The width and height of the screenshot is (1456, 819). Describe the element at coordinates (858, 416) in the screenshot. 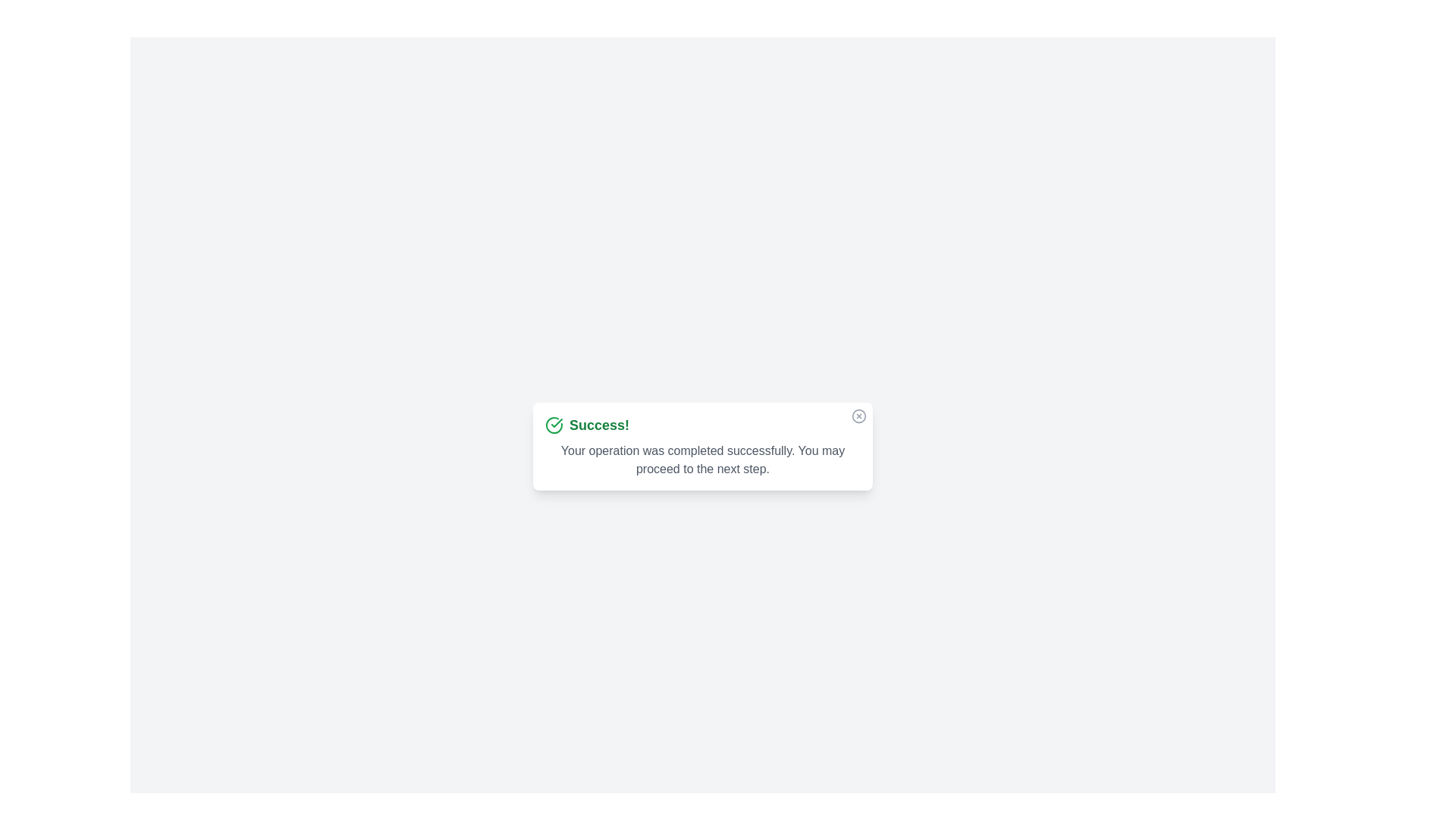

I see `the close icon to dismiss the alert` at that location.